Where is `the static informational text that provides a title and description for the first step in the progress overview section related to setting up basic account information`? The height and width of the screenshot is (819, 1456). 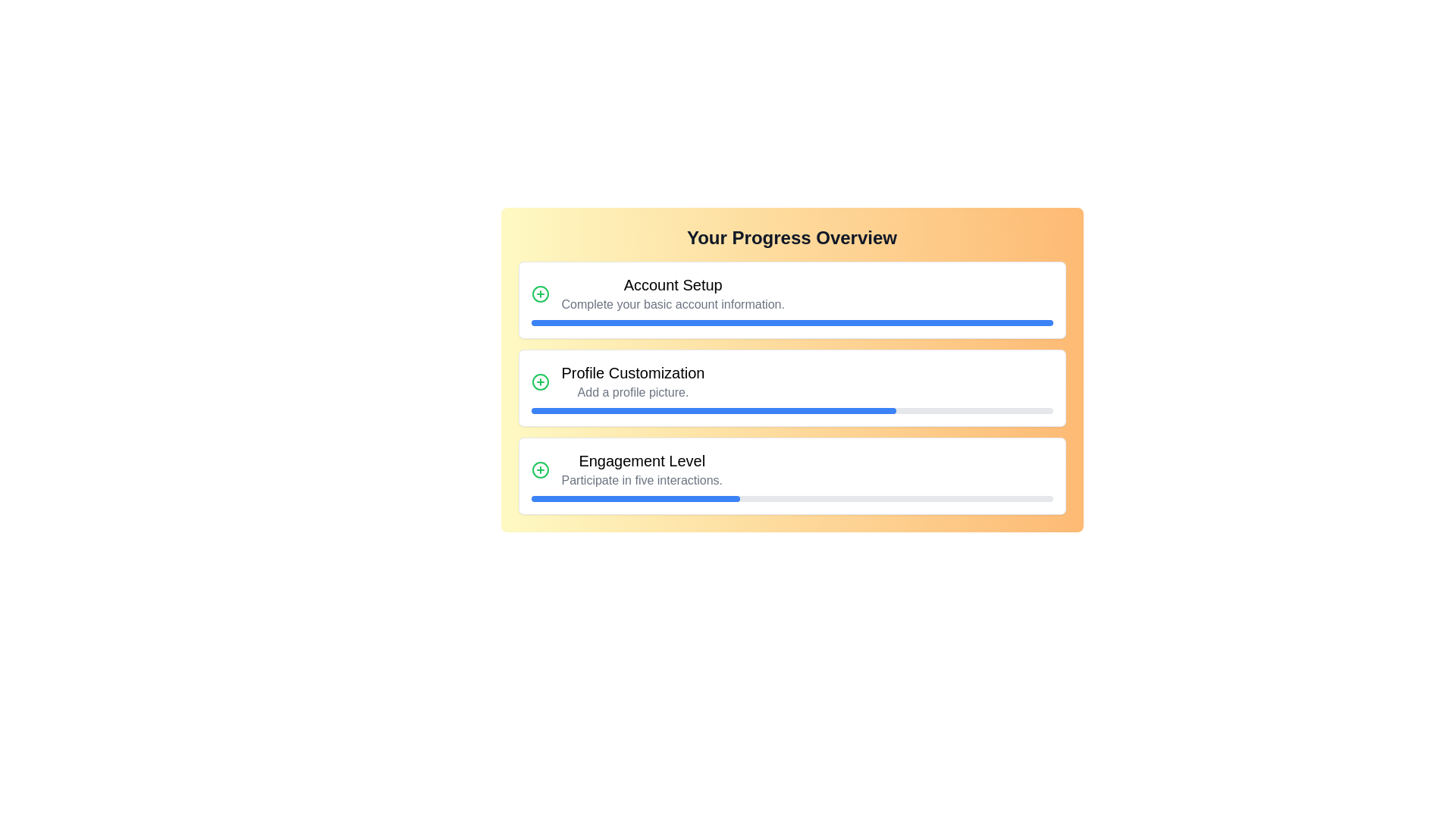 the static informational text that provides a title and description for the first step in the progress overview section related to setting up basic account information is located at coordinates (672, 294).